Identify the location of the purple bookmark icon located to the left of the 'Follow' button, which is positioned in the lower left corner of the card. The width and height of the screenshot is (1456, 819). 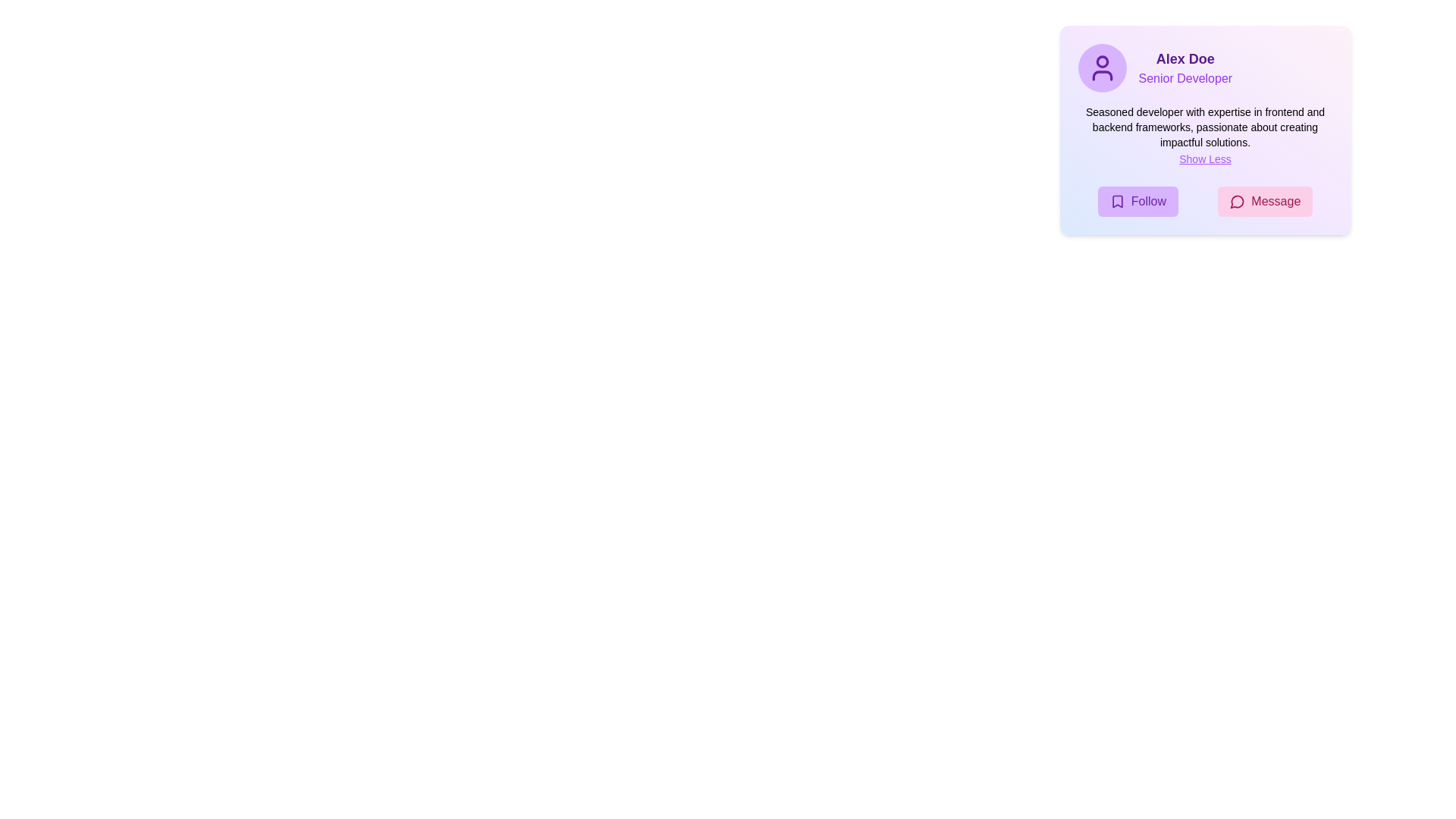
(1117, 201).